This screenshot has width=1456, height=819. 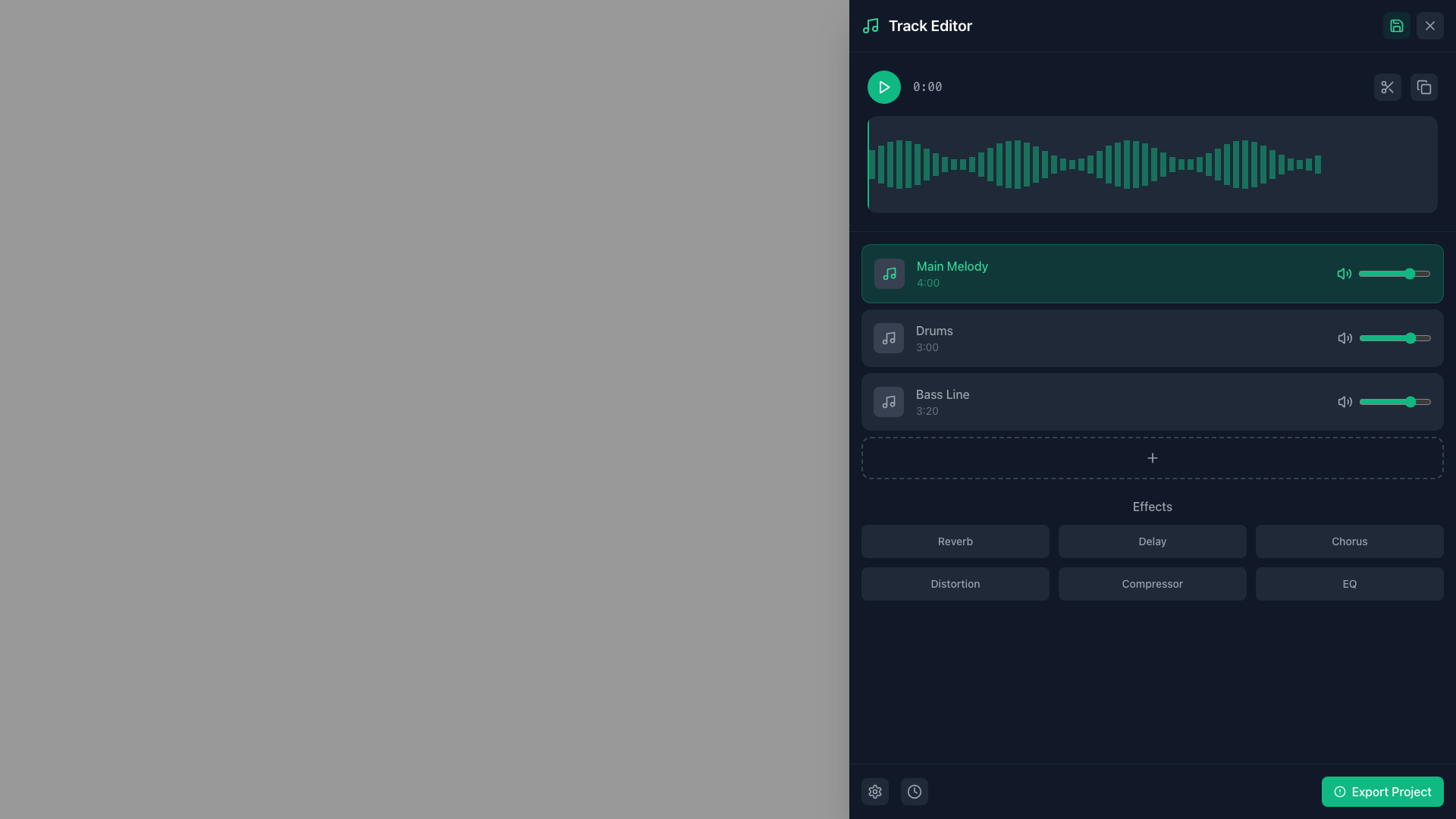 What do you see at coordinates (905, 87) in the screenshot?
I see `the Text Display element that shows '0:00', which is positioned directly after the round green play button in the Track Editor panel` at bounding box center [905, 87].